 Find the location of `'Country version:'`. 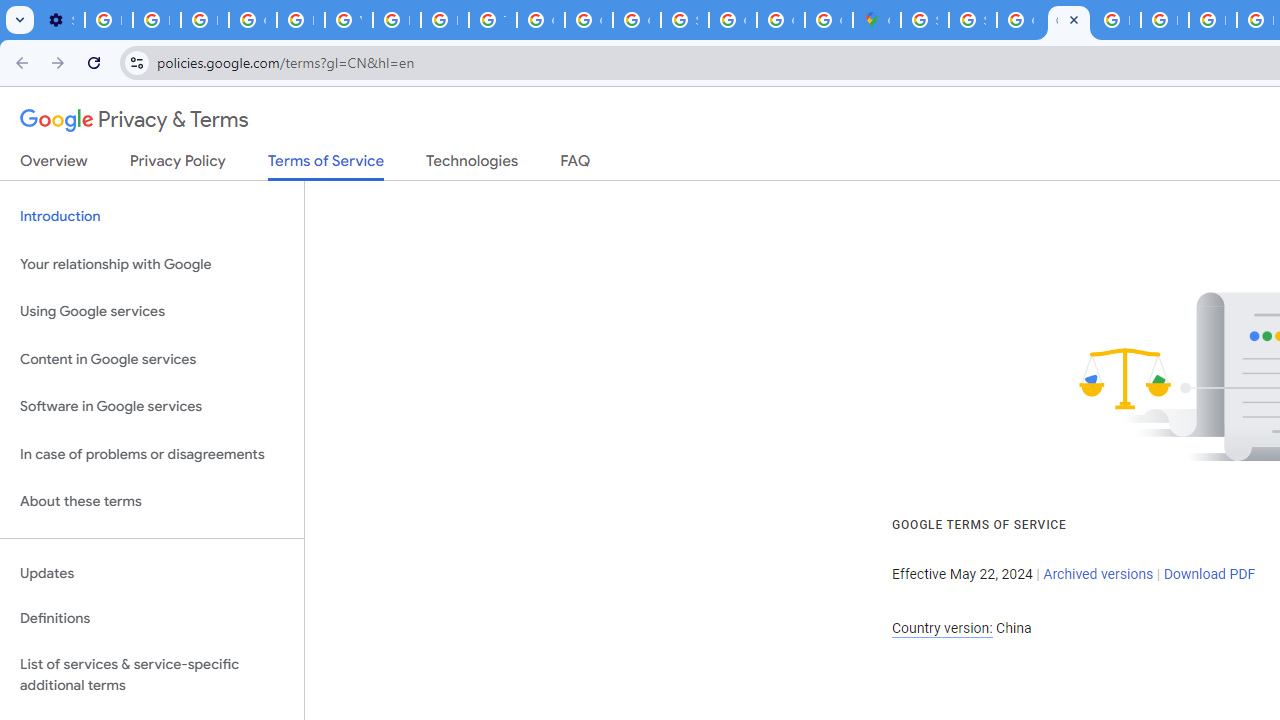

'Country version:' is located at coordinates (941, 627).